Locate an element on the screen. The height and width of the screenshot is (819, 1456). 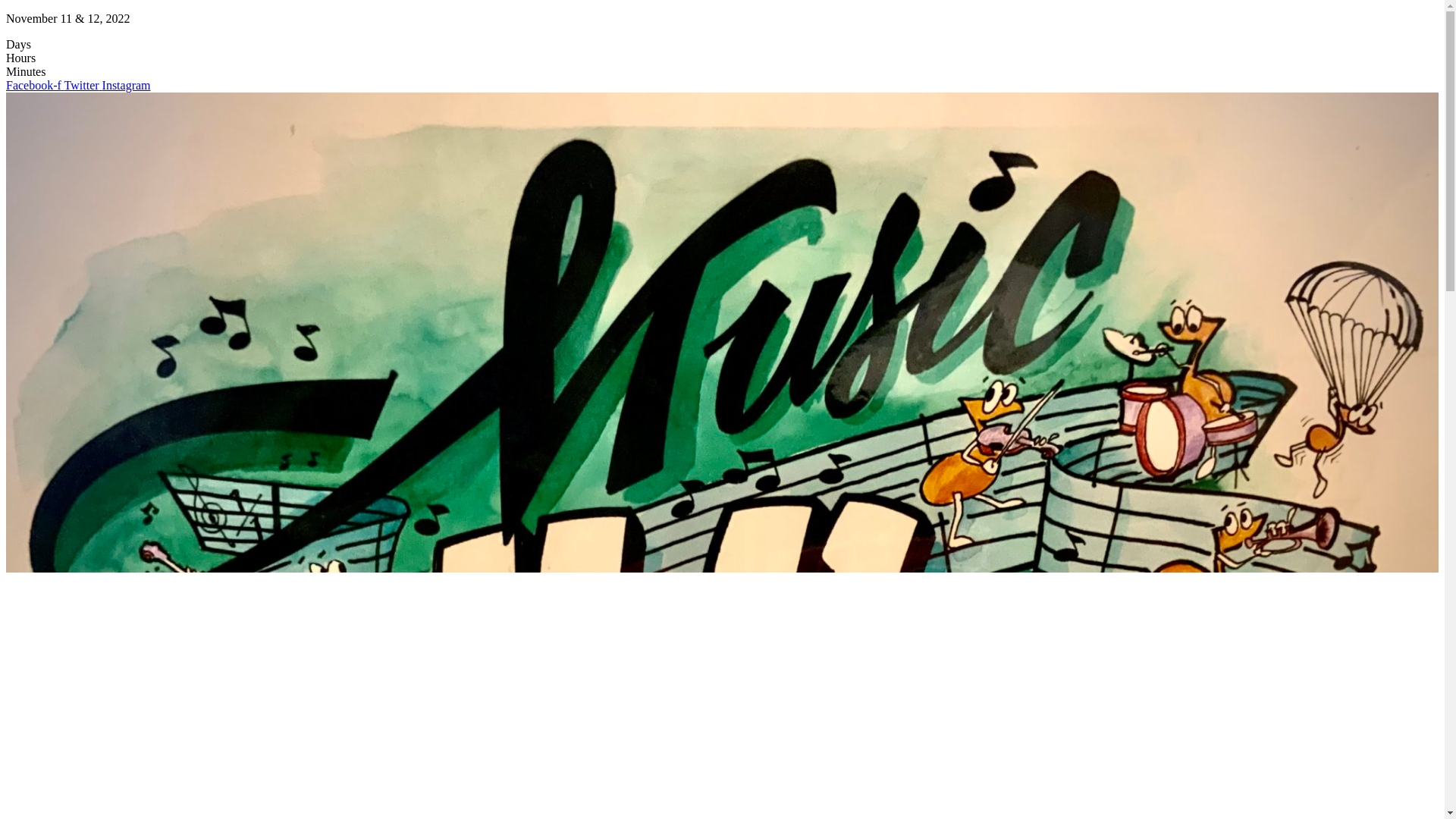
'Facebook-f' is located at coordinates (35, 85).